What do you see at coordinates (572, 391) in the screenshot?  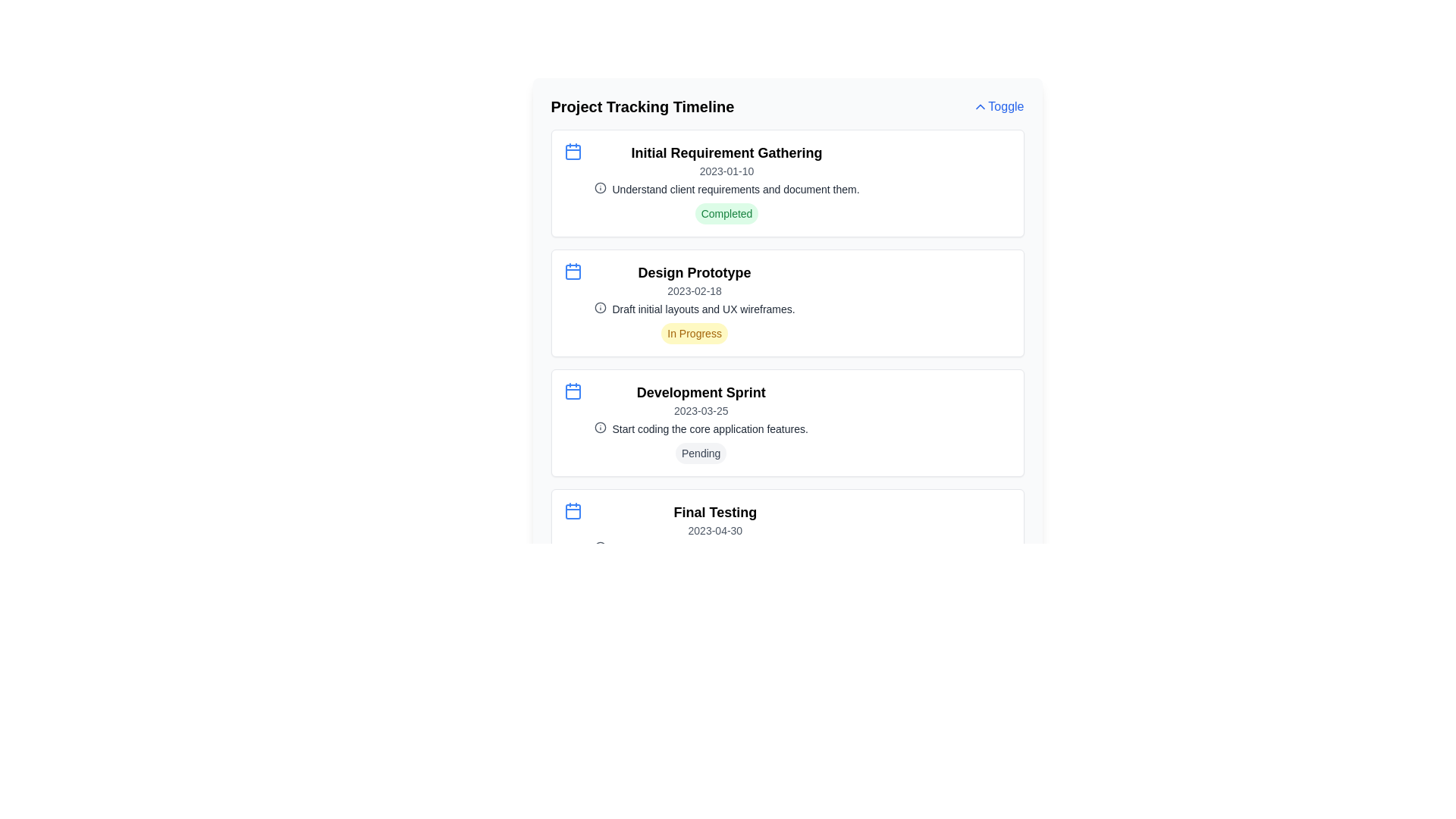 I see `the blue calendar icon located at the start of the 'Development Sprint' section, positioned to the left of the title and description text` at bounding box center [572, 391].